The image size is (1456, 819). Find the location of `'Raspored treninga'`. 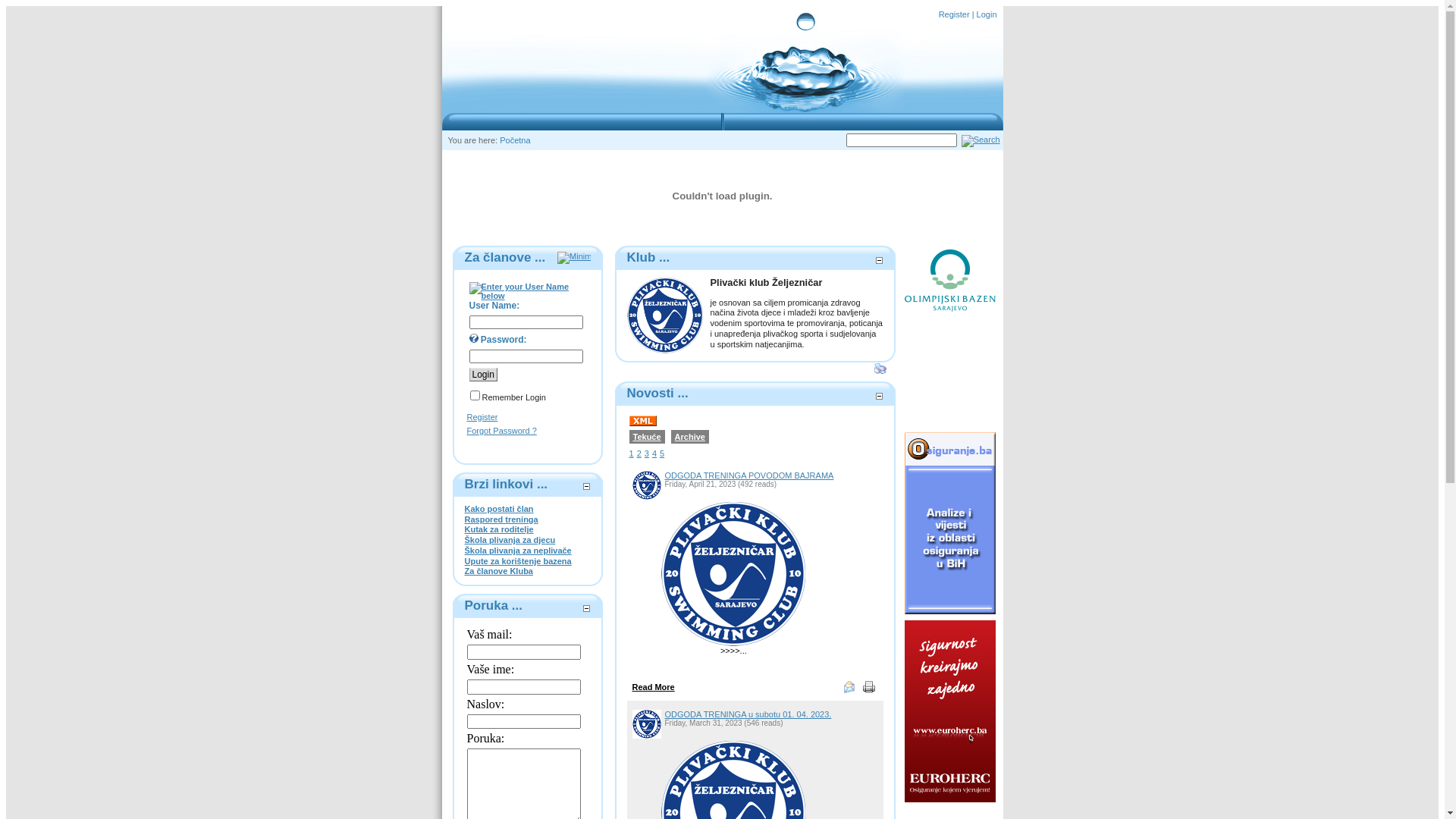

'Raspored treninga' is located at coordinates (500, 519).